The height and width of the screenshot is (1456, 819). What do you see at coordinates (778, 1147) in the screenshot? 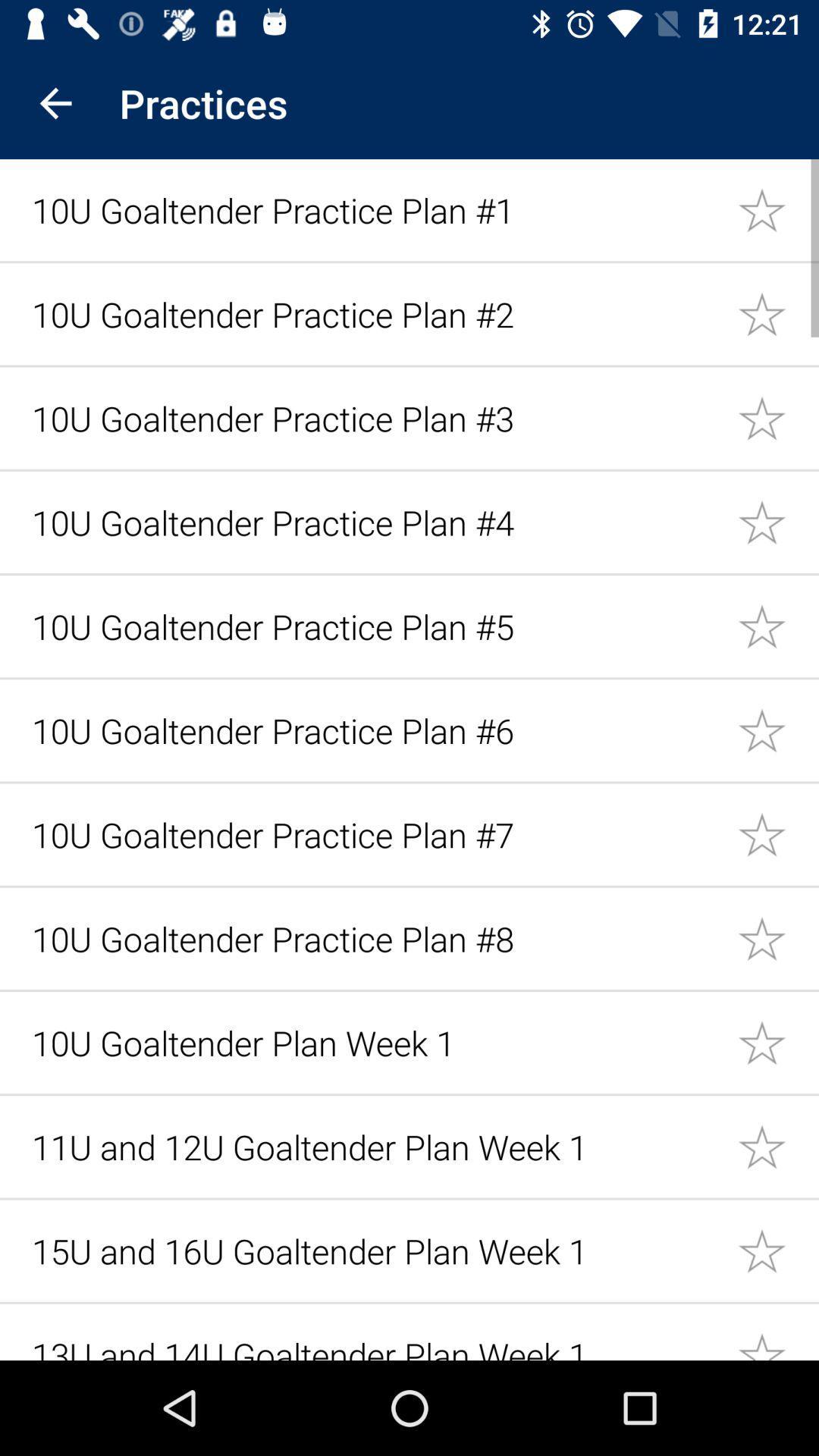
I see `mark as favorite` at bounding box center [778, 1147].